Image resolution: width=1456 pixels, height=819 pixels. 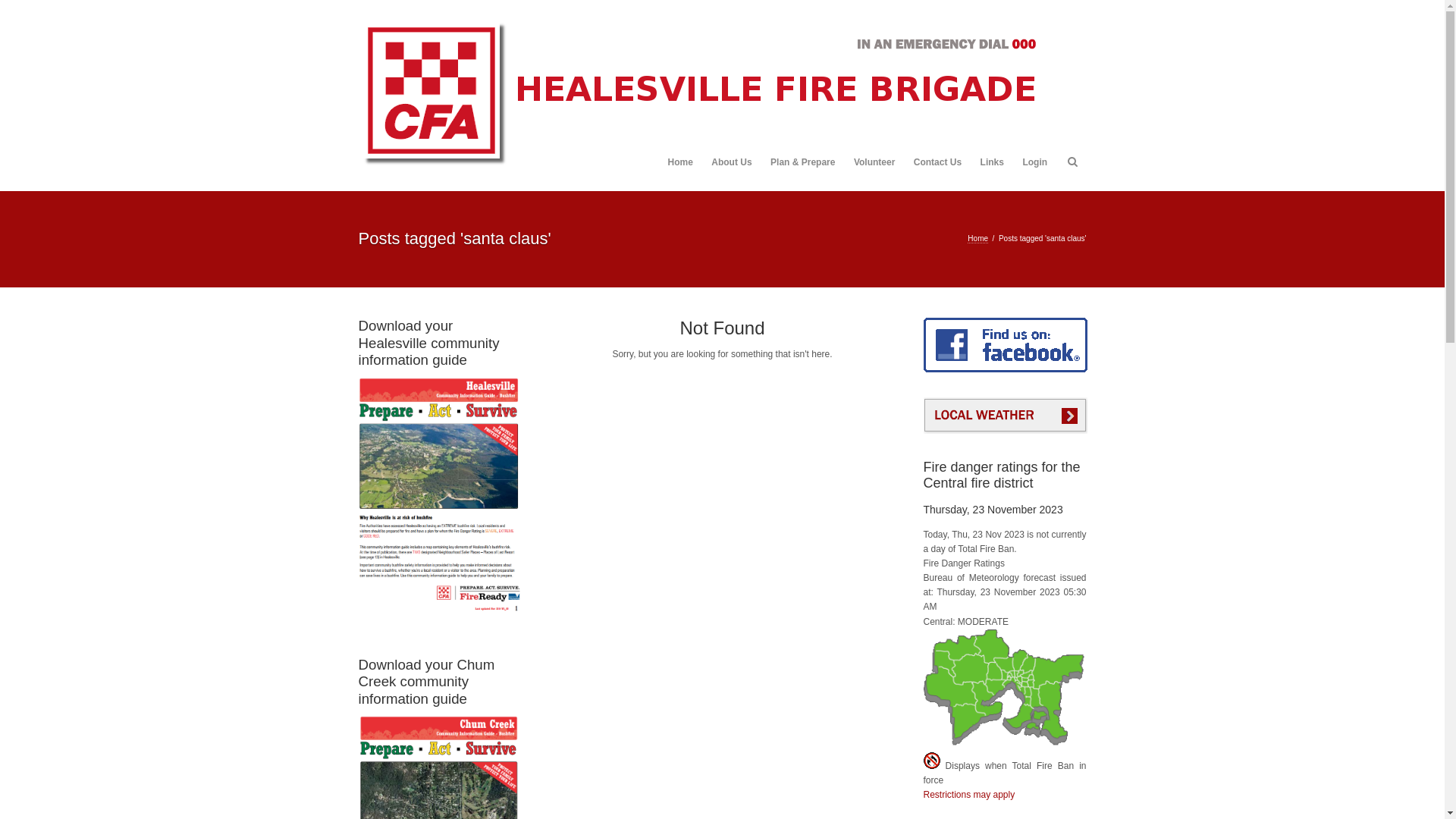 What do you see at coordinates (923, 429) in the screenshot?
I see `'Local weather'` at bounding box center [923, 429].